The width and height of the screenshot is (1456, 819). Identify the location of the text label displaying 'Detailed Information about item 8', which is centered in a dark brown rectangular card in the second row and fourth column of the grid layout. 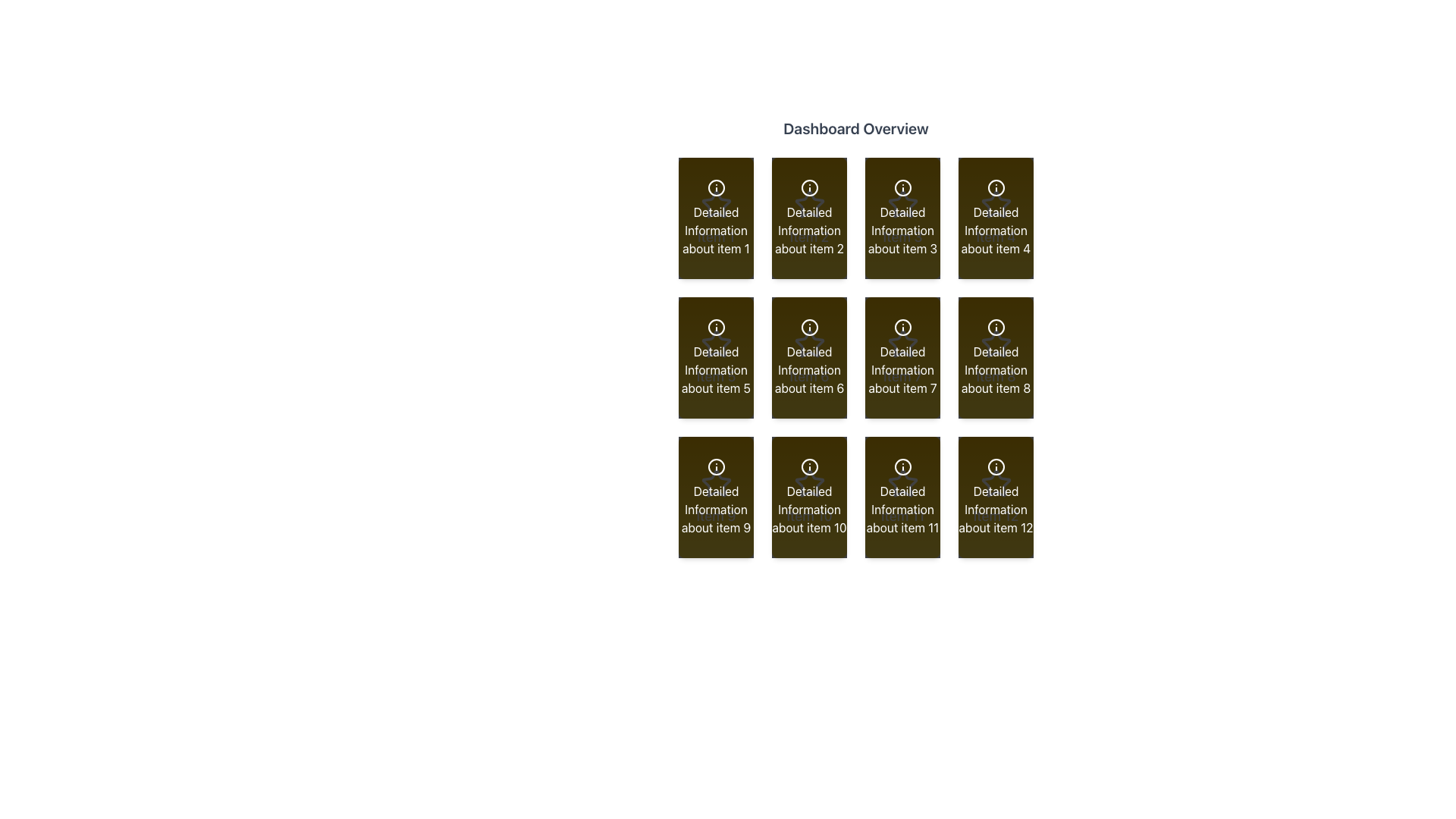
(996, 370).